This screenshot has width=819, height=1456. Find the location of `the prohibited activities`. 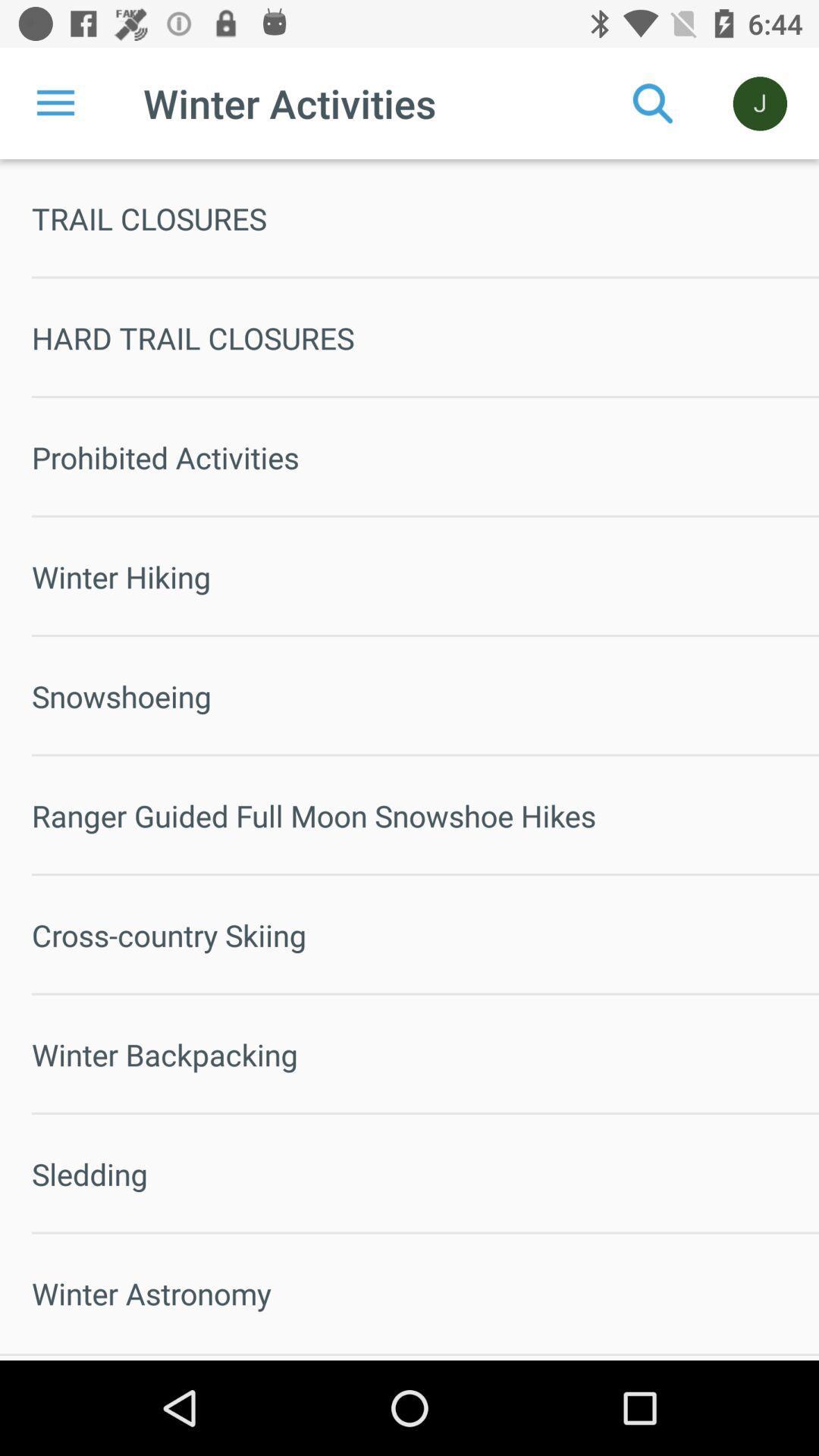

the prohibited activities is located at coordinates (425, 457).